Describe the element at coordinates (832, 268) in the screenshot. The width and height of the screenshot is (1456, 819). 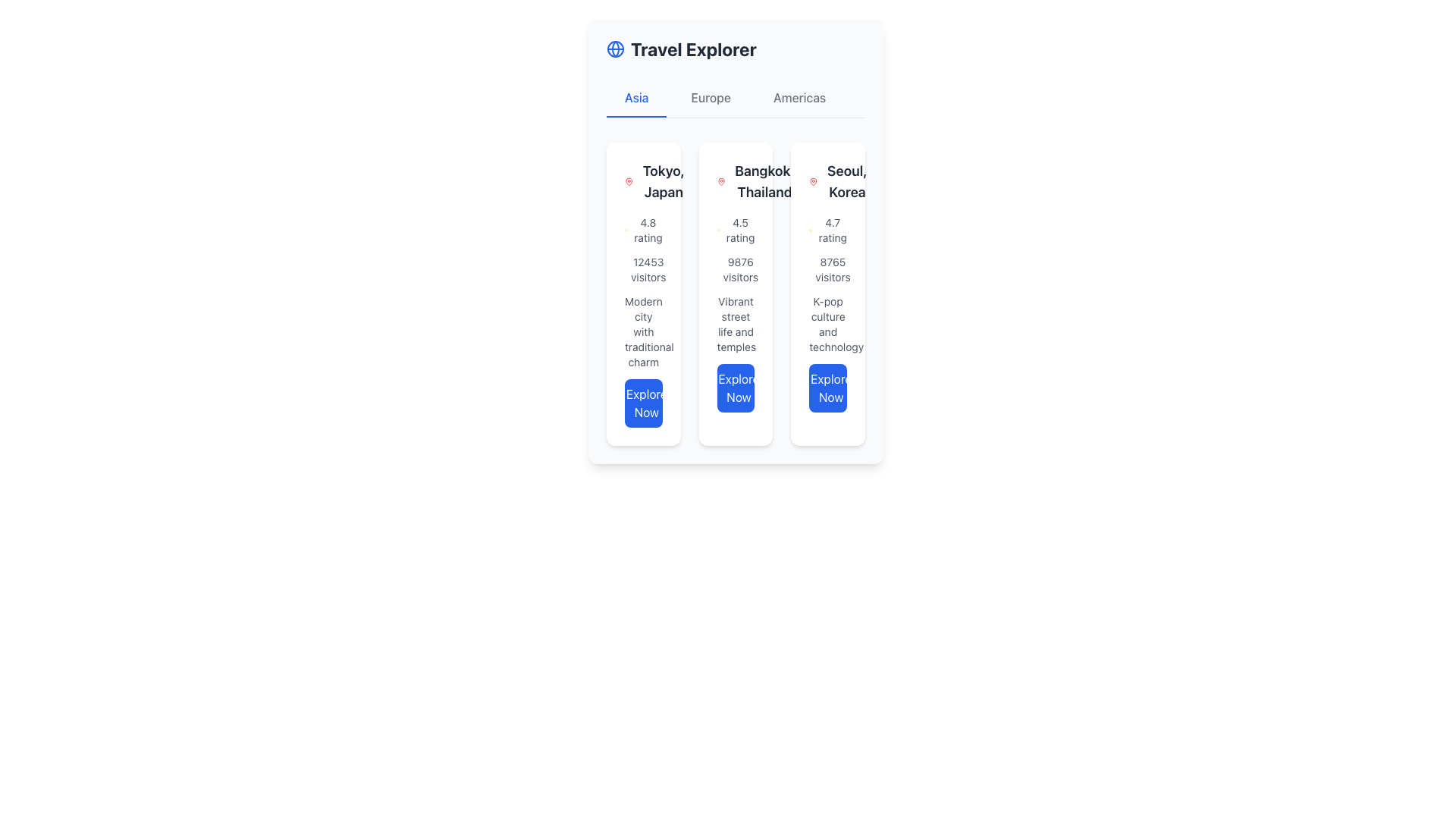
I see `the displayed text information '8765 visitors' located in the rightmost column under the 'Asia' tab in the 'Travel Explorer' section` at that location.